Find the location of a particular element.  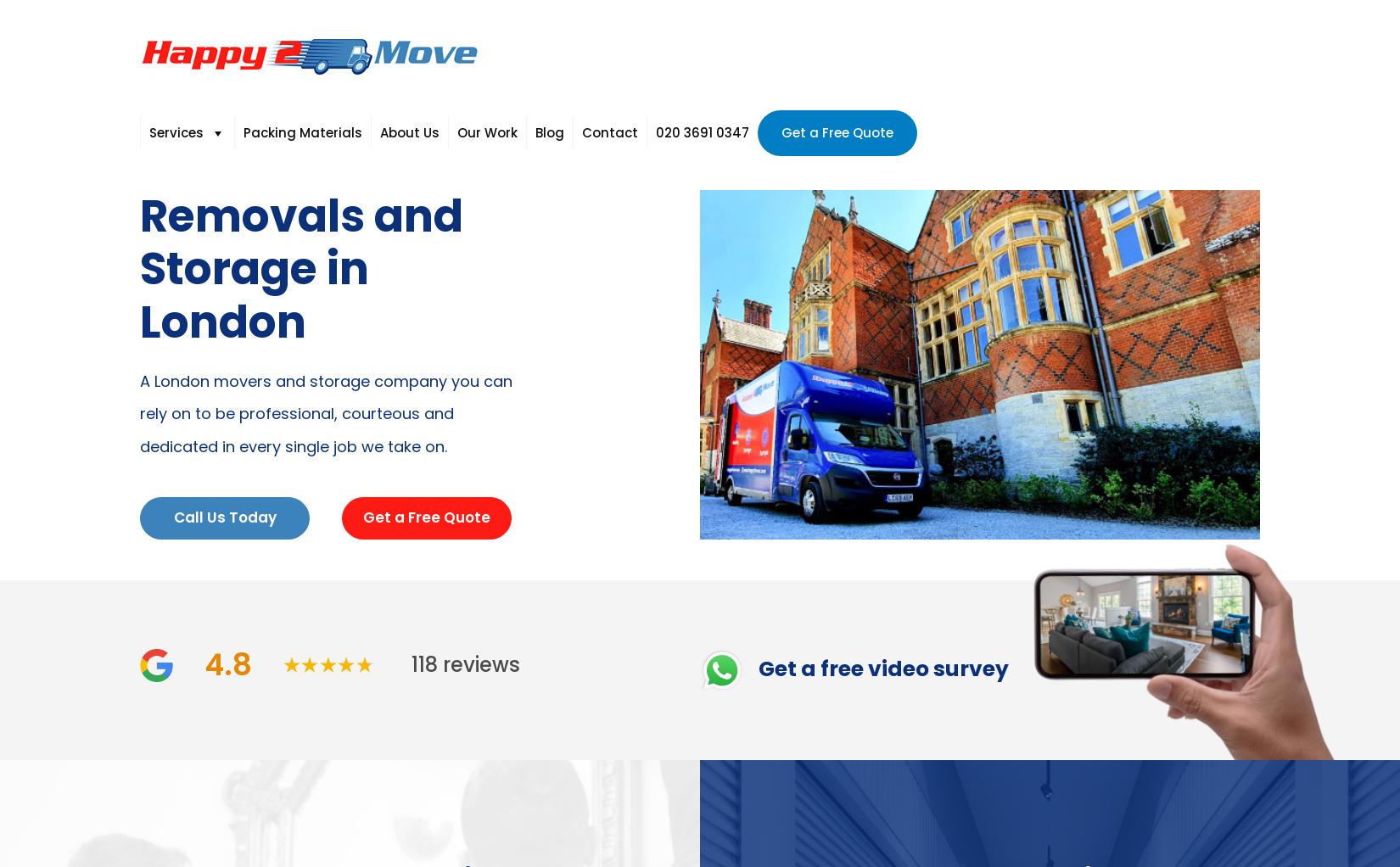

'Storage' is located at coordinates (173, 260).